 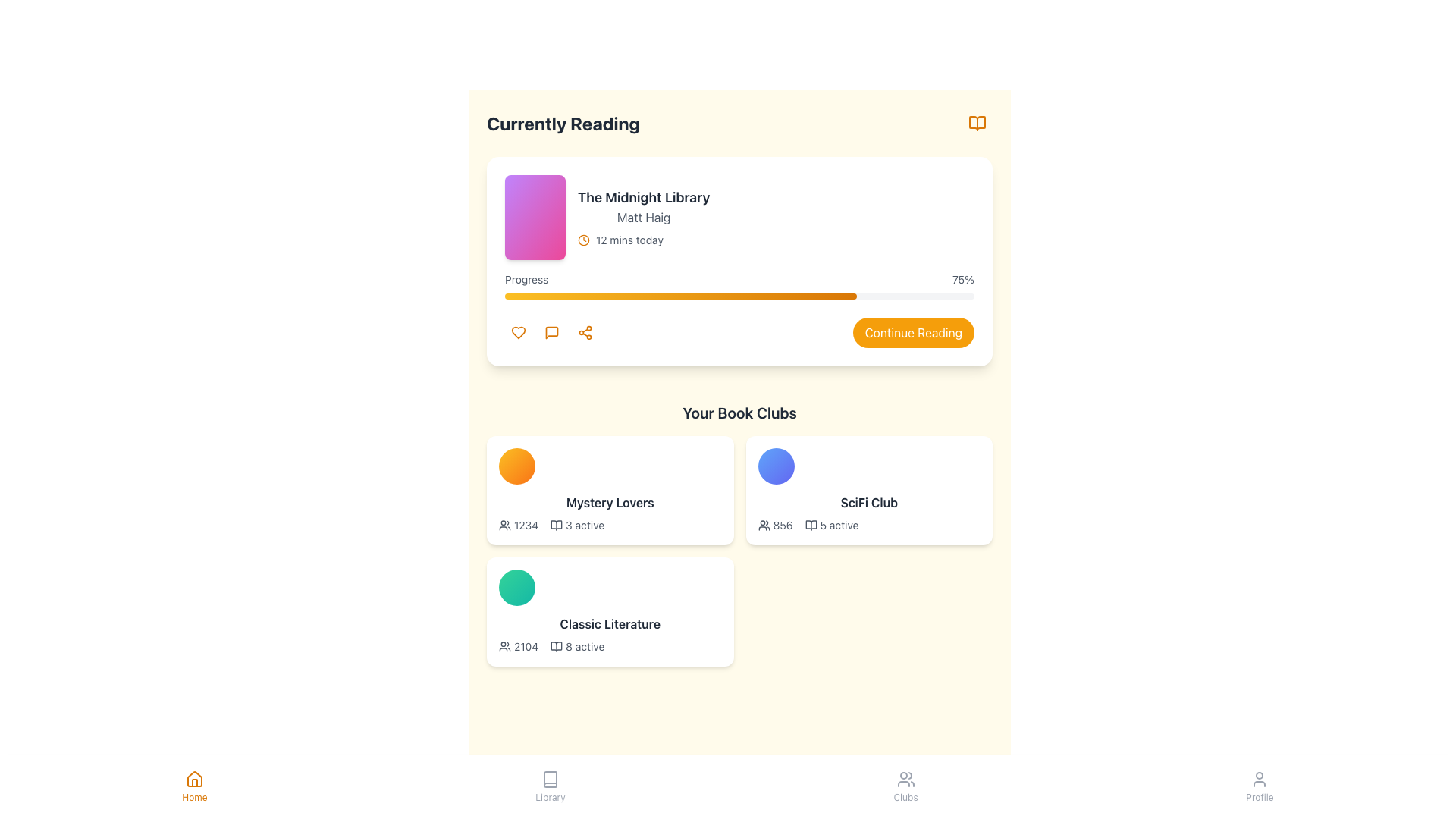 What do you see at coordinates (549, 786) in the screenshot?
I see `the Navigation button located in the bottom navigation bar, which is the second option from the left` at bounding box center [549, 786].